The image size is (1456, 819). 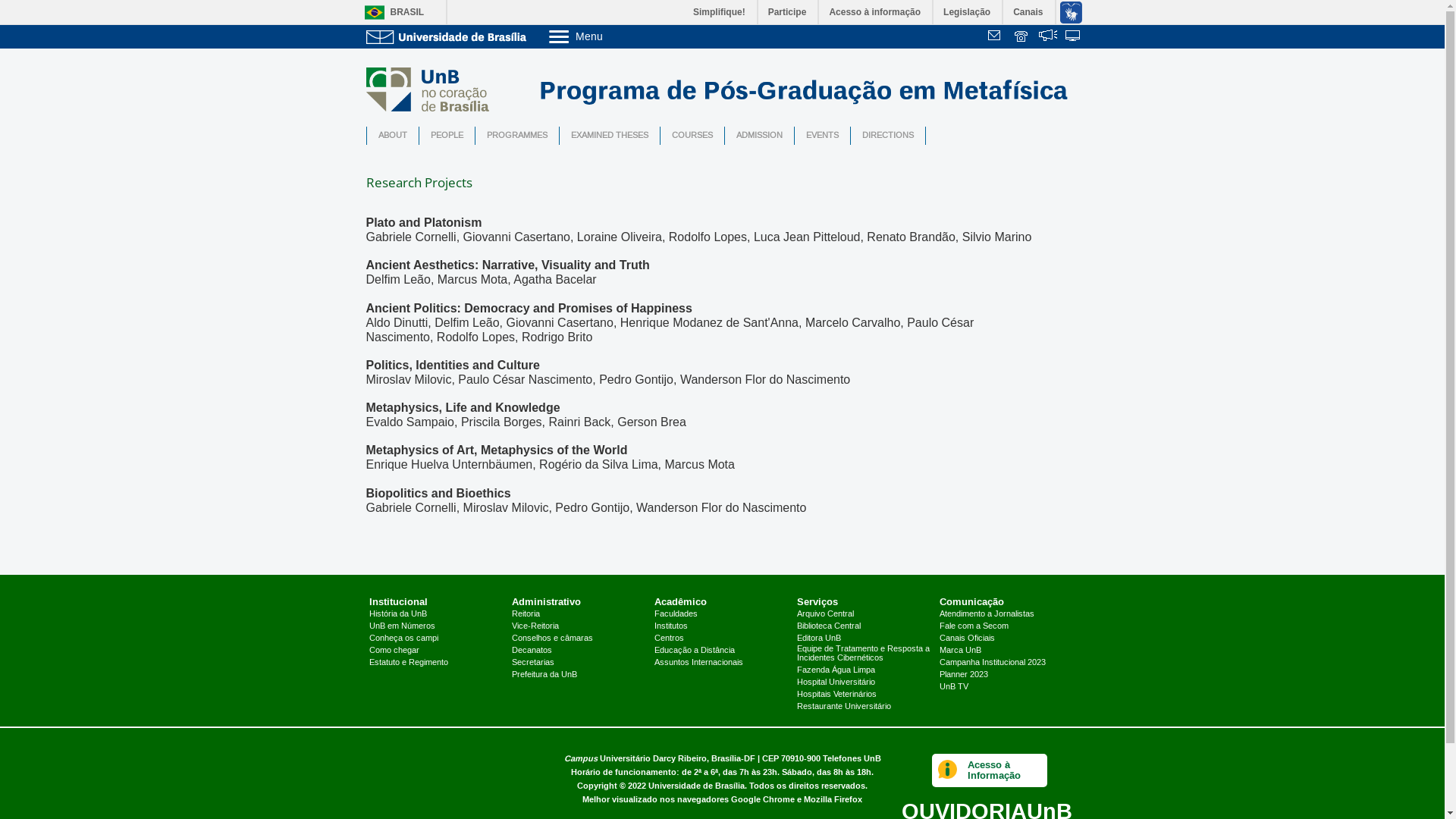 What do you see at coordinates (959, 649) in the screenshot?
I see `'Marca UnB'` at bounding box center [959, 649].